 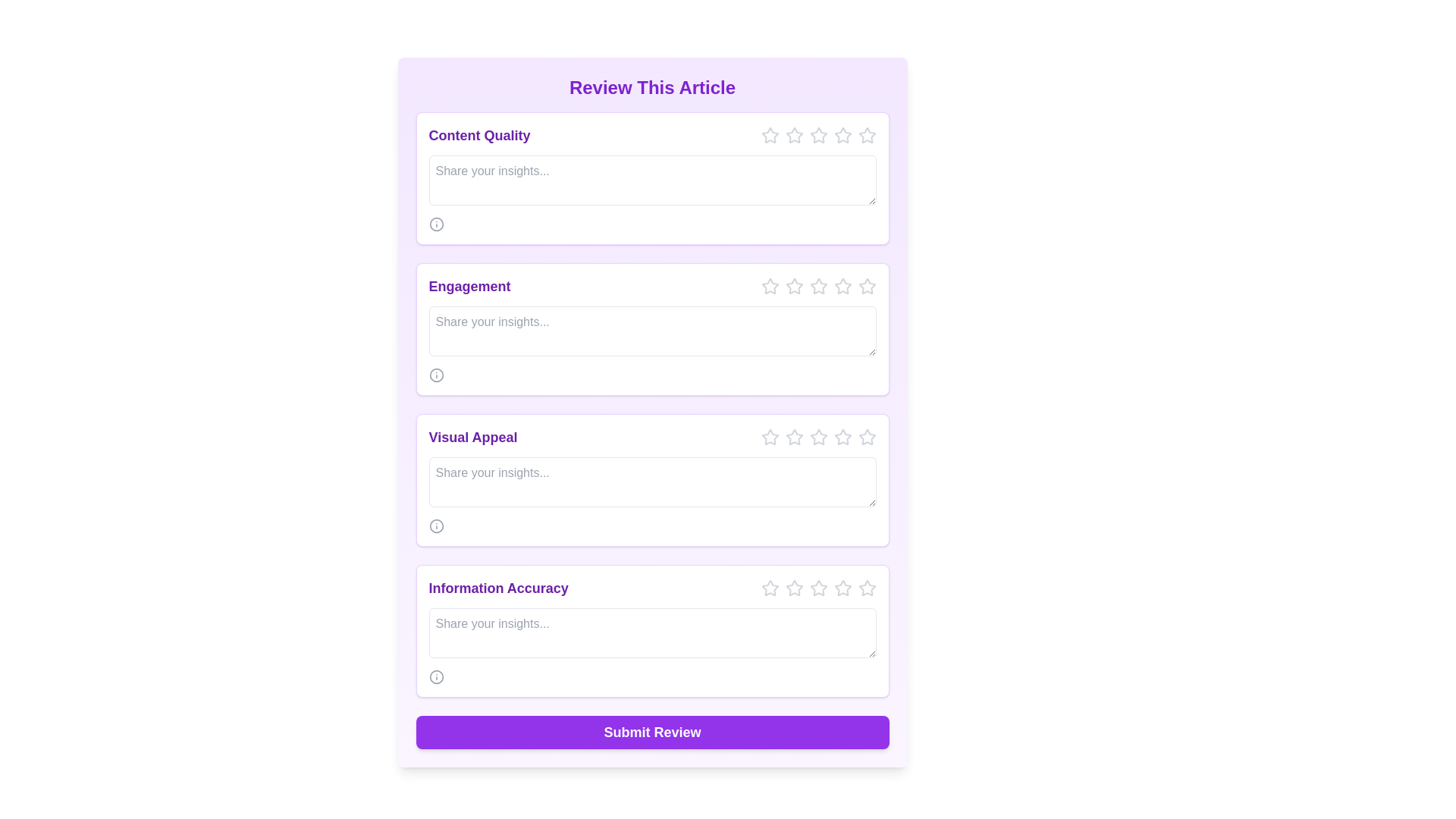 What do you see at coordinates (793, 438) in the screenshot?
I see `the second star icon in the 'Visual Appeal' rating component` at bounding box center [793, 438].